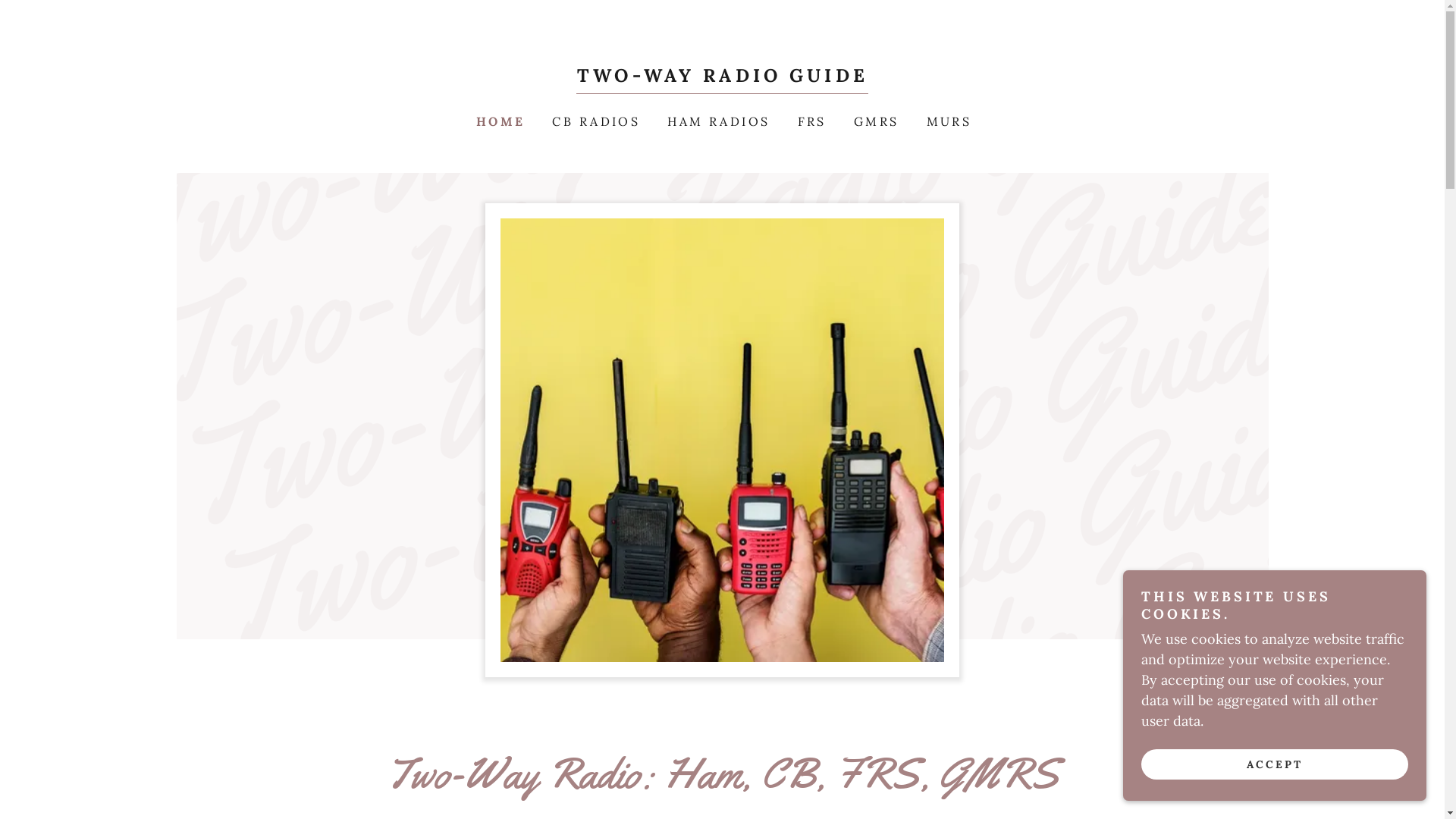  I want to click on 'HAM RADIOS', so click(716, 120).